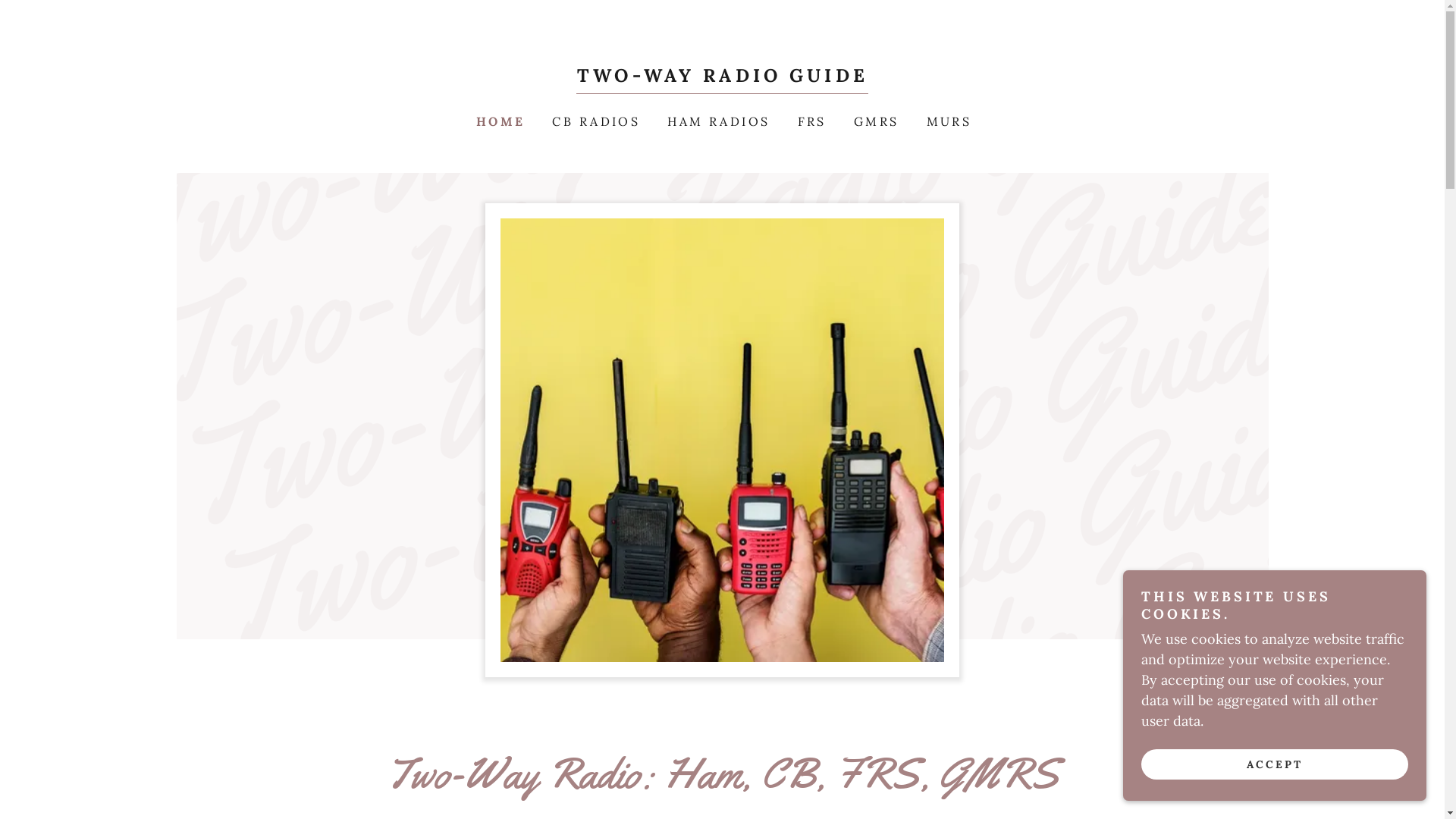  I want to click on 'HAM RADIOS', so click(716, 120).